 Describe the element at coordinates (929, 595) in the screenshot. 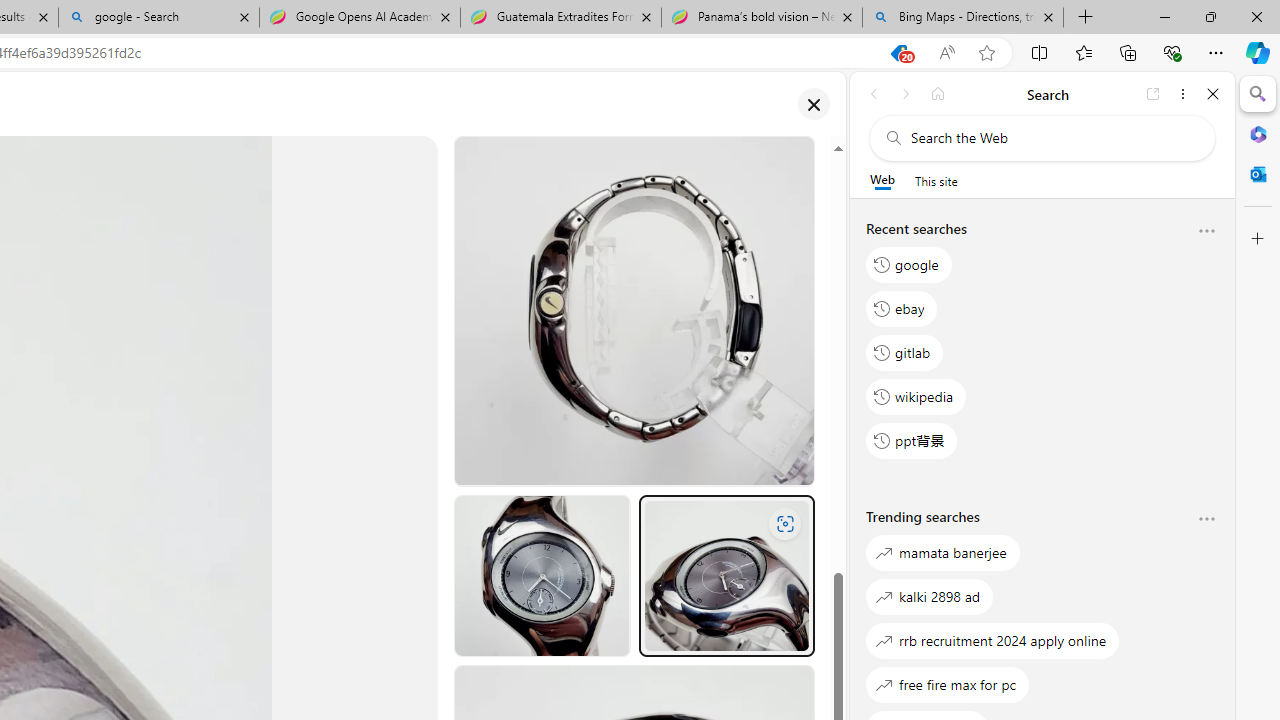

I see `'kalki 2898 ad'` at that location.